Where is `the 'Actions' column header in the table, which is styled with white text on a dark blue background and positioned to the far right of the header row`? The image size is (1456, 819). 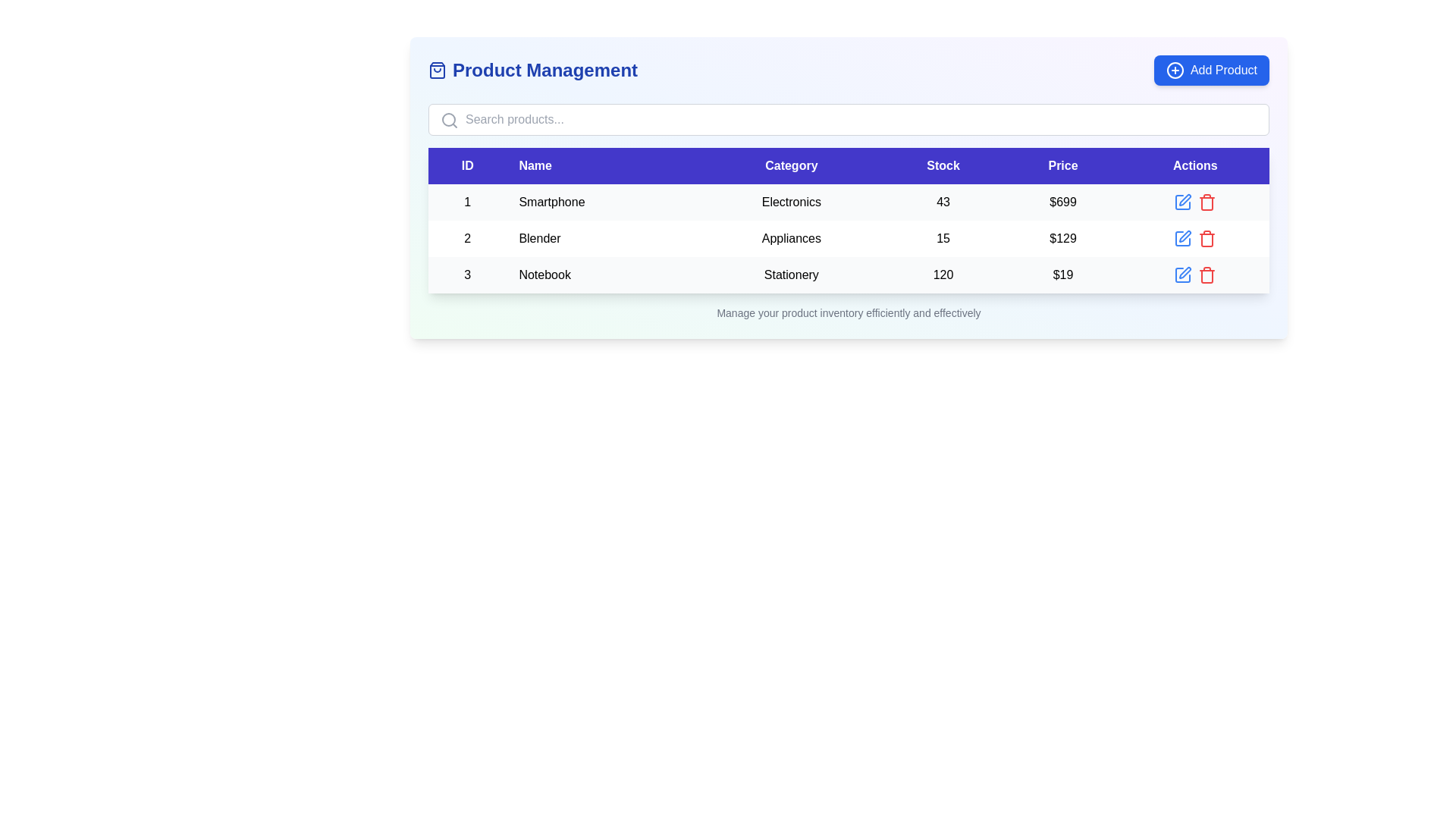
the 'Actions' column header in the table, which is styled with white text on a dark blue background and positioned to the far right of the header row is located at coordinates (1194, 166).